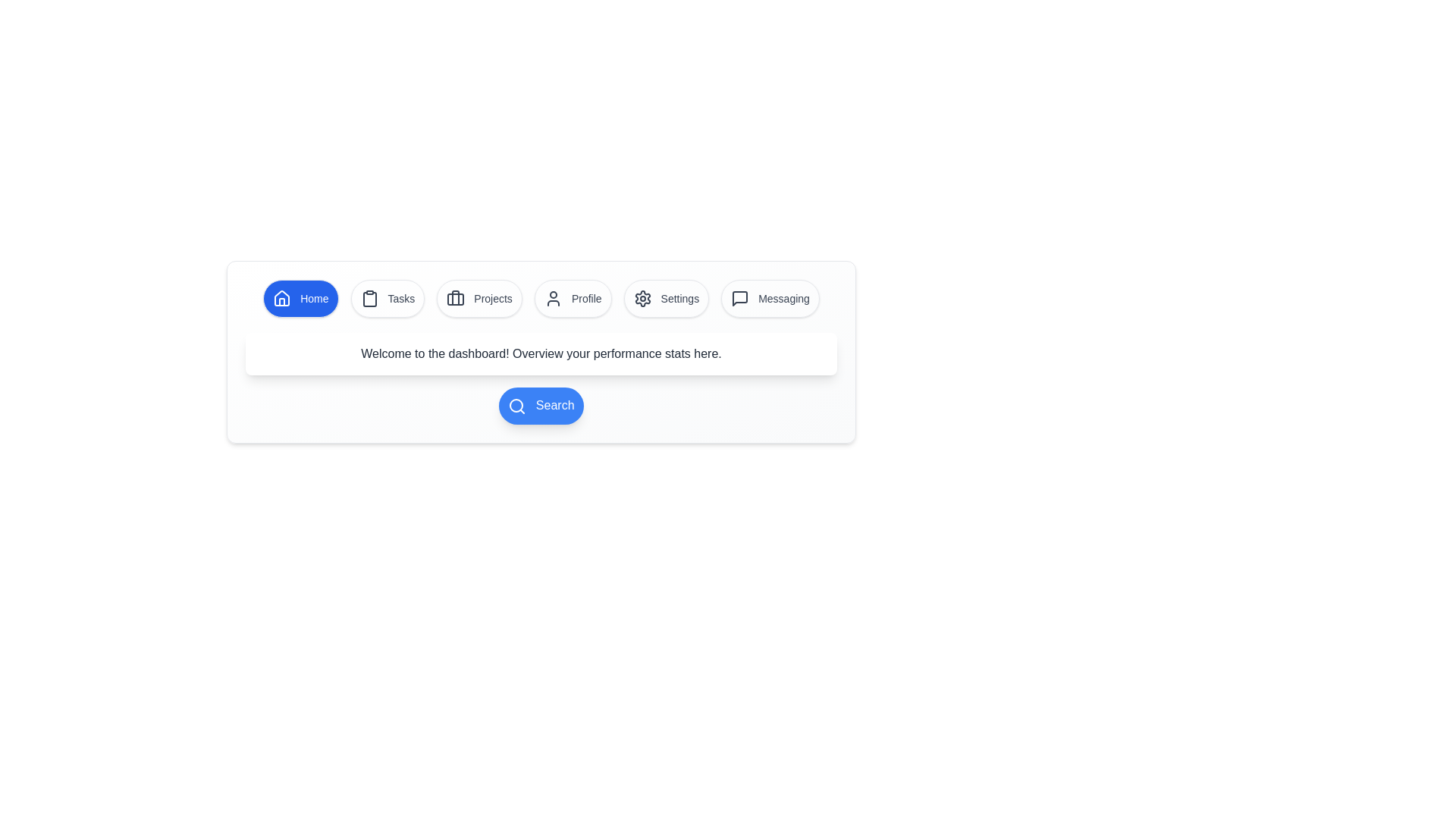  I want to click on text label that displays 'Tasks' located in the horizontal navigation bar near the top-center of the interface, so click(401, 298).